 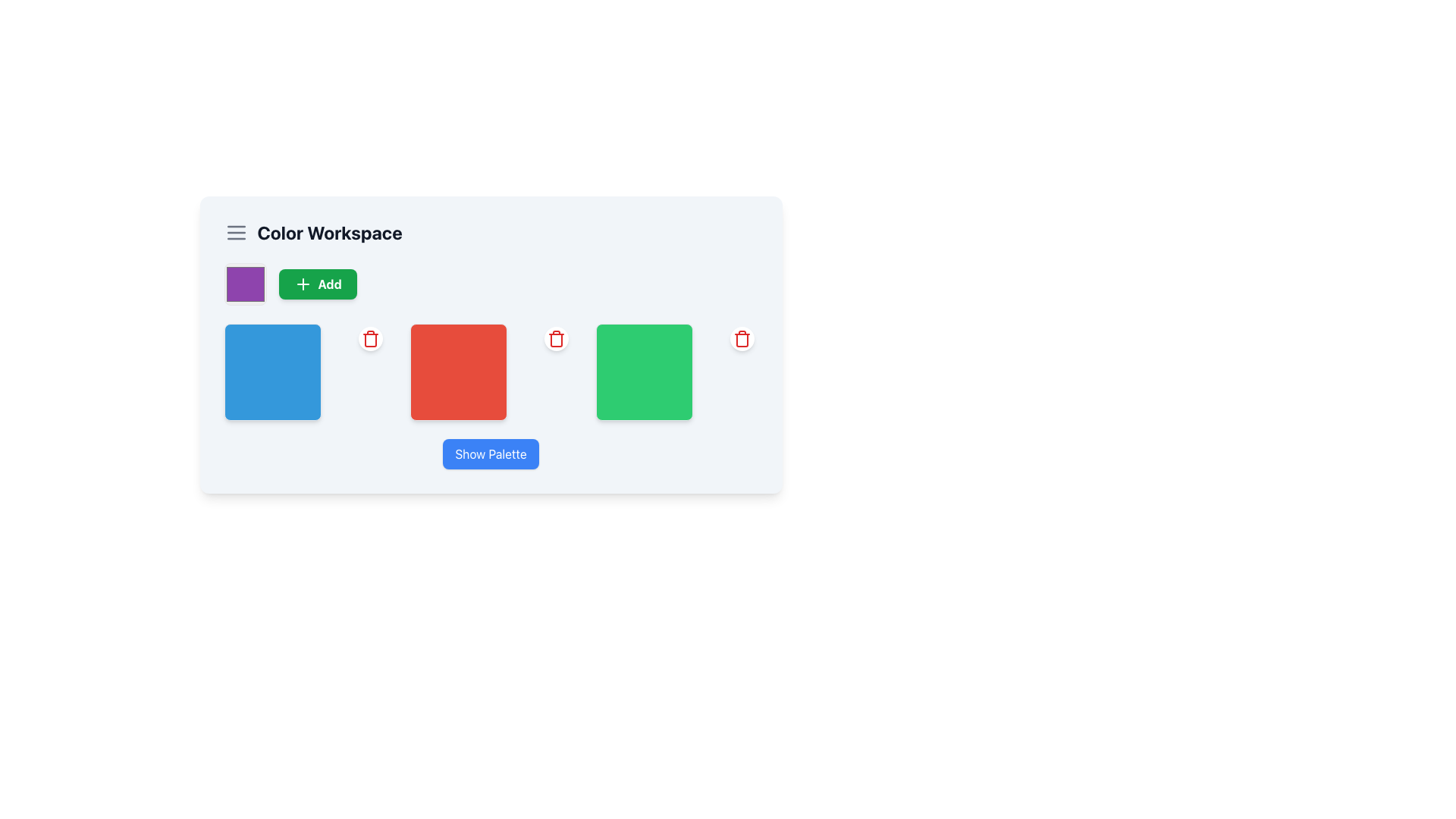 What do you see at coordinates (304, 372) in the screenshot?
I see `the first blue Color tile in the grid layout` at bounding box center [304, 372].